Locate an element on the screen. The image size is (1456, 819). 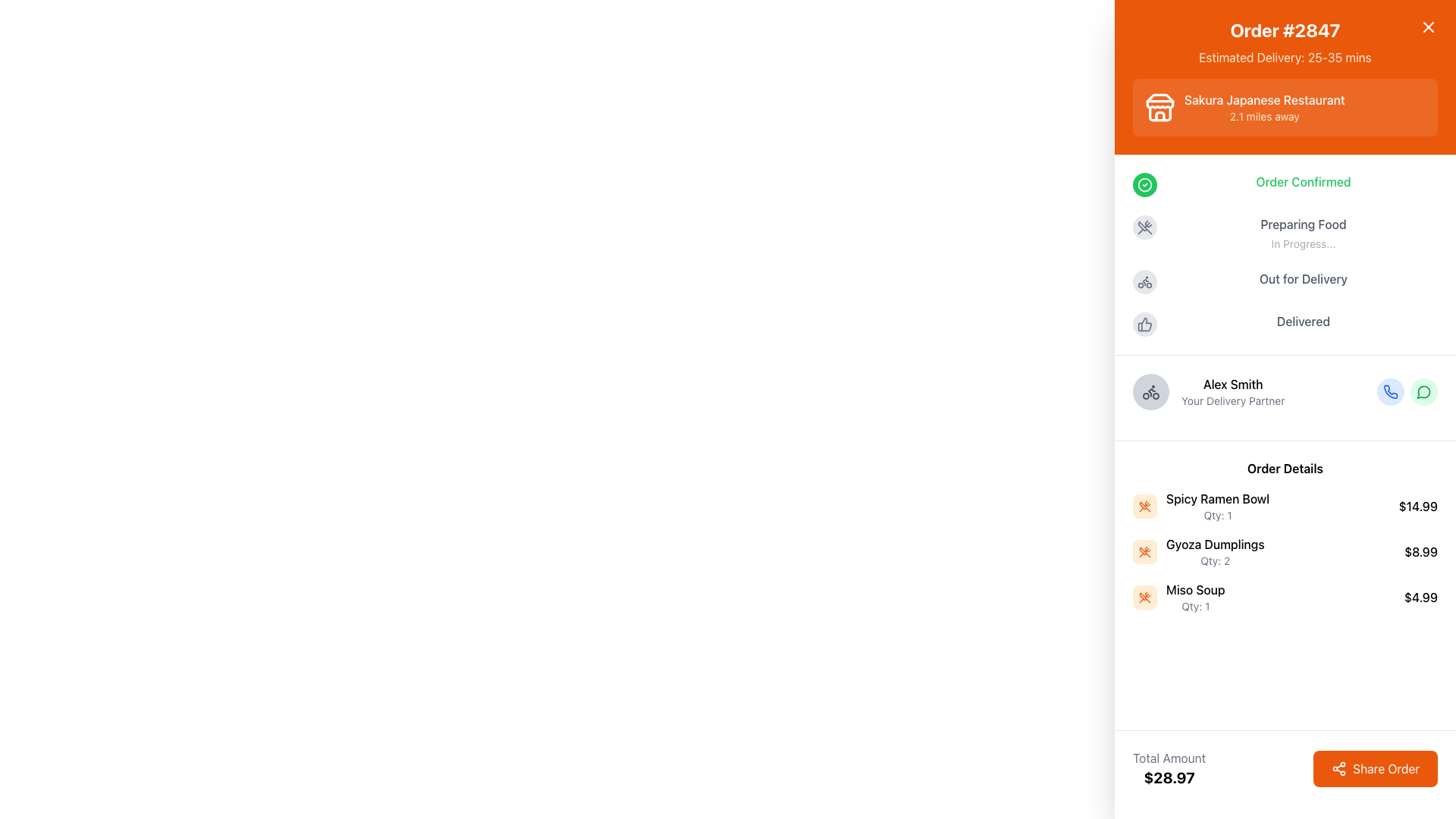
the food-related icon next to the 'Gyoza Dumplings' order detail in the list of order items is located at coordinates (1145, 507).